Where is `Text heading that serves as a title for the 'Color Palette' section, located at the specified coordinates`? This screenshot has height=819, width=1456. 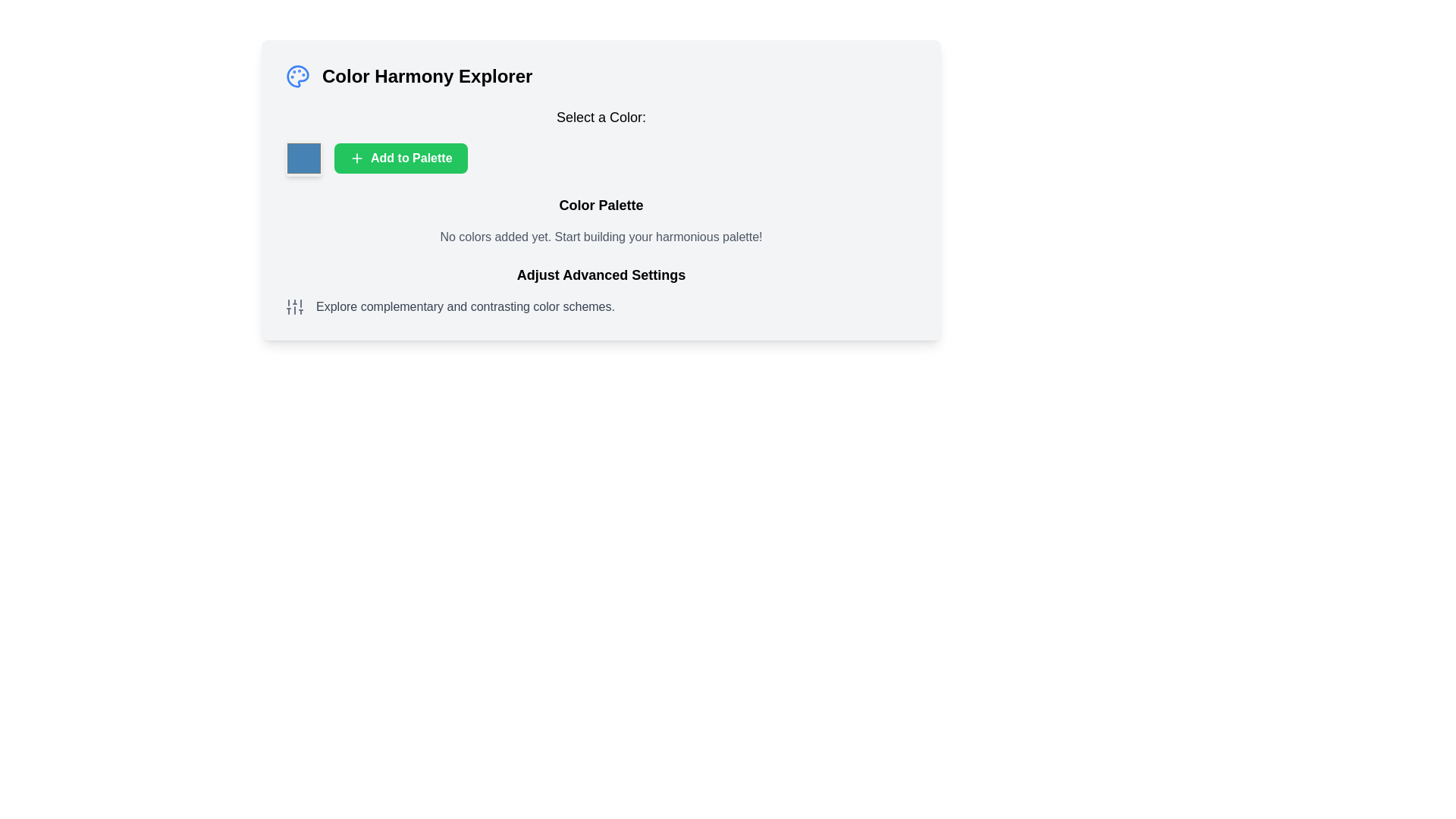 Text heading that serves as a title for the 'Color Palette' section, located at the specified coordinates is located at coordinates (600, 205).